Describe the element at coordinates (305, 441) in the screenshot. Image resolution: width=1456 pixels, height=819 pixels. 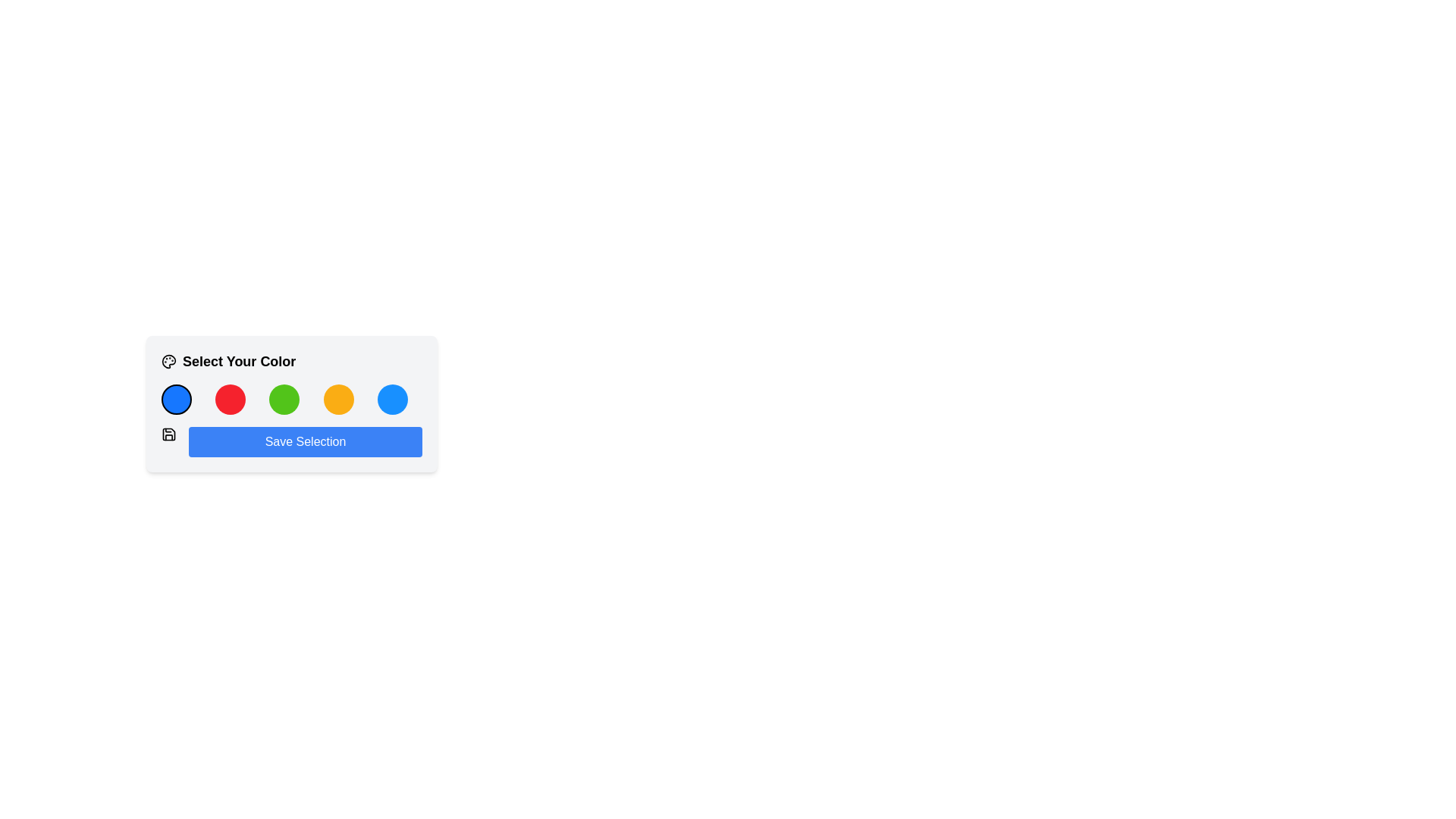
I see `the 'Save Selection' button, which has a blue background and white text` at that location.